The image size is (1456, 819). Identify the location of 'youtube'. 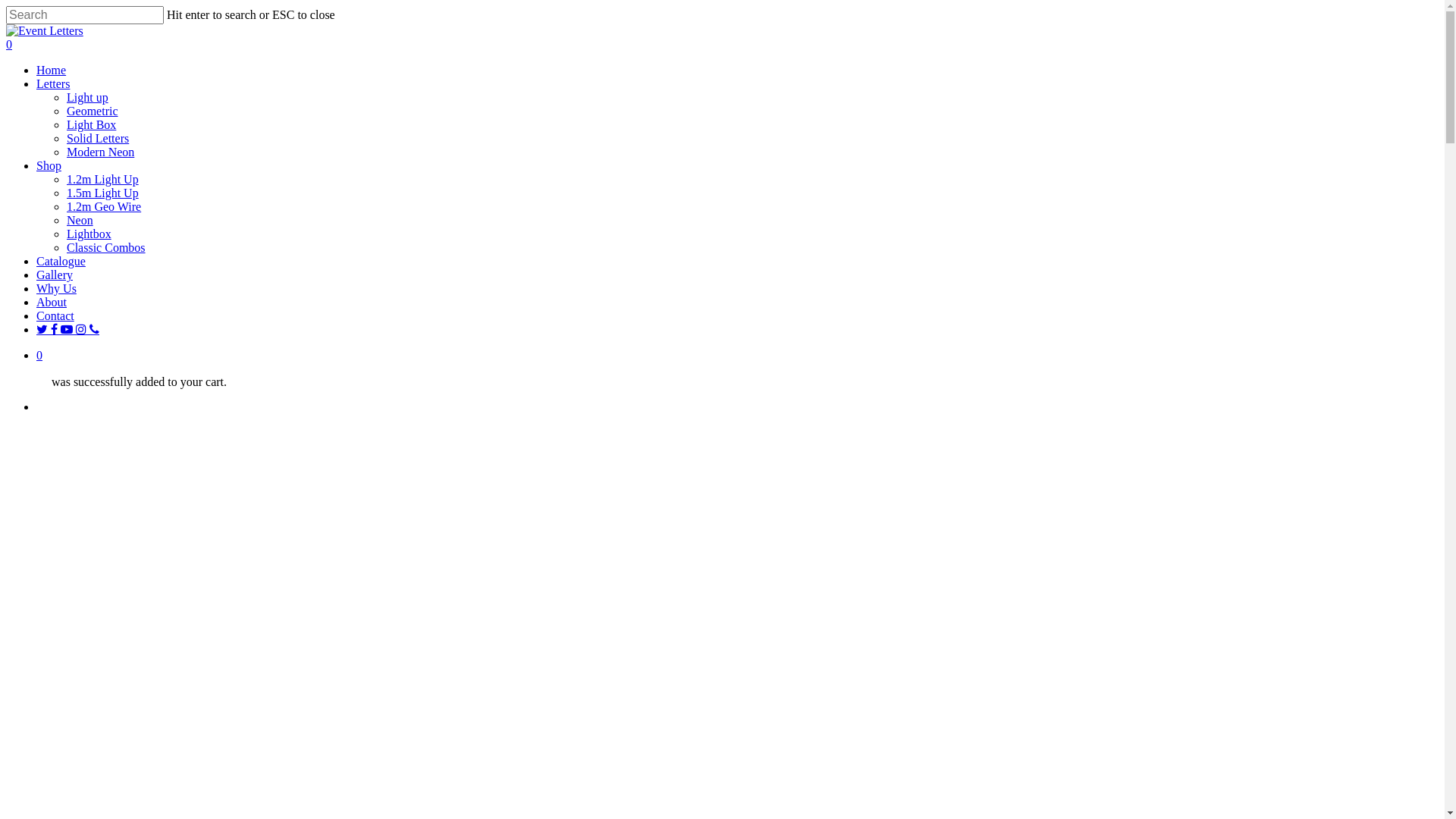
(67, 328).